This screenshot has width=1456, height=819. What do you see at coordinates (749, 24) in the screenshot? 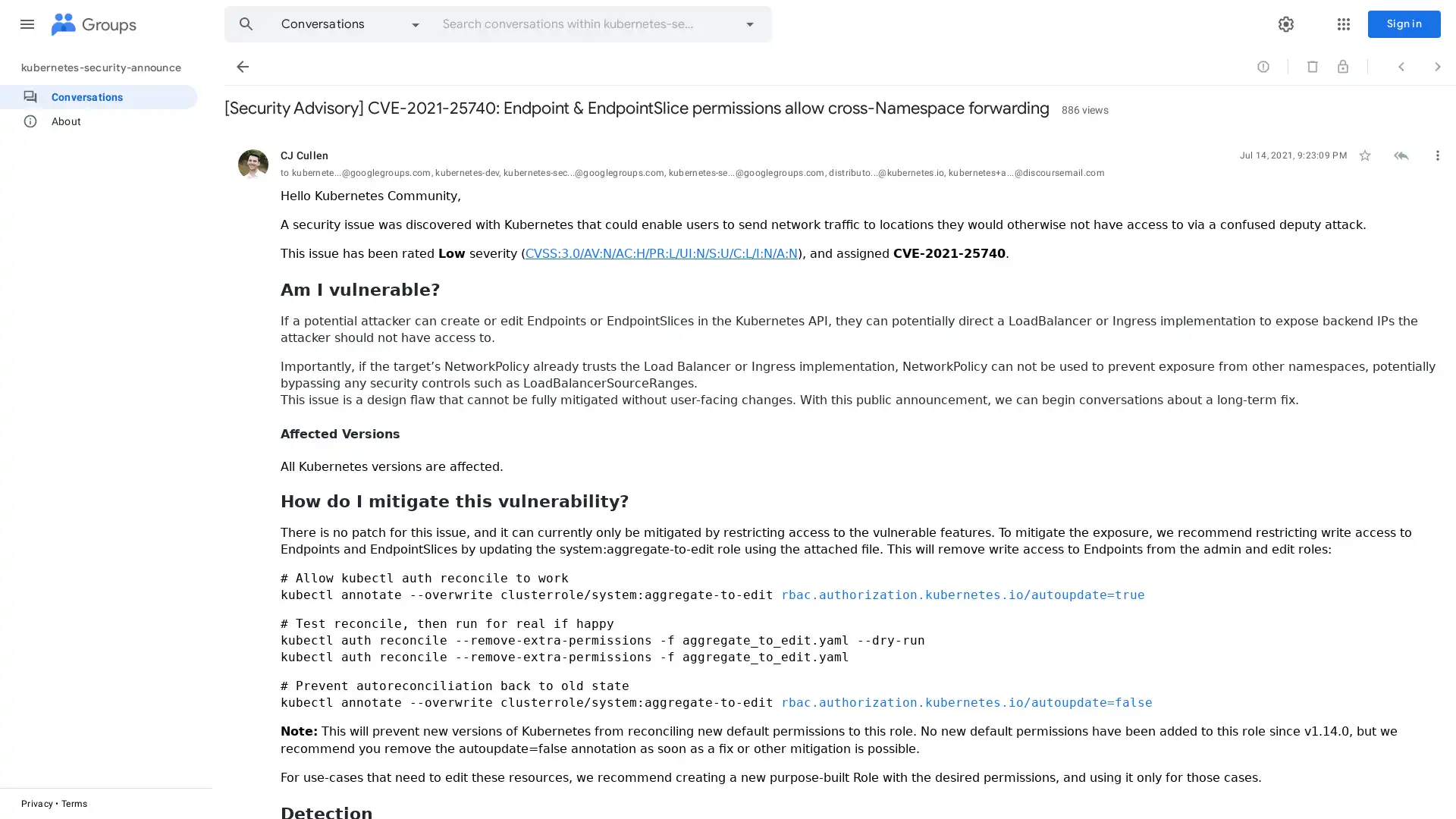
I see `Advanced search` at bounding box center [749, 24].